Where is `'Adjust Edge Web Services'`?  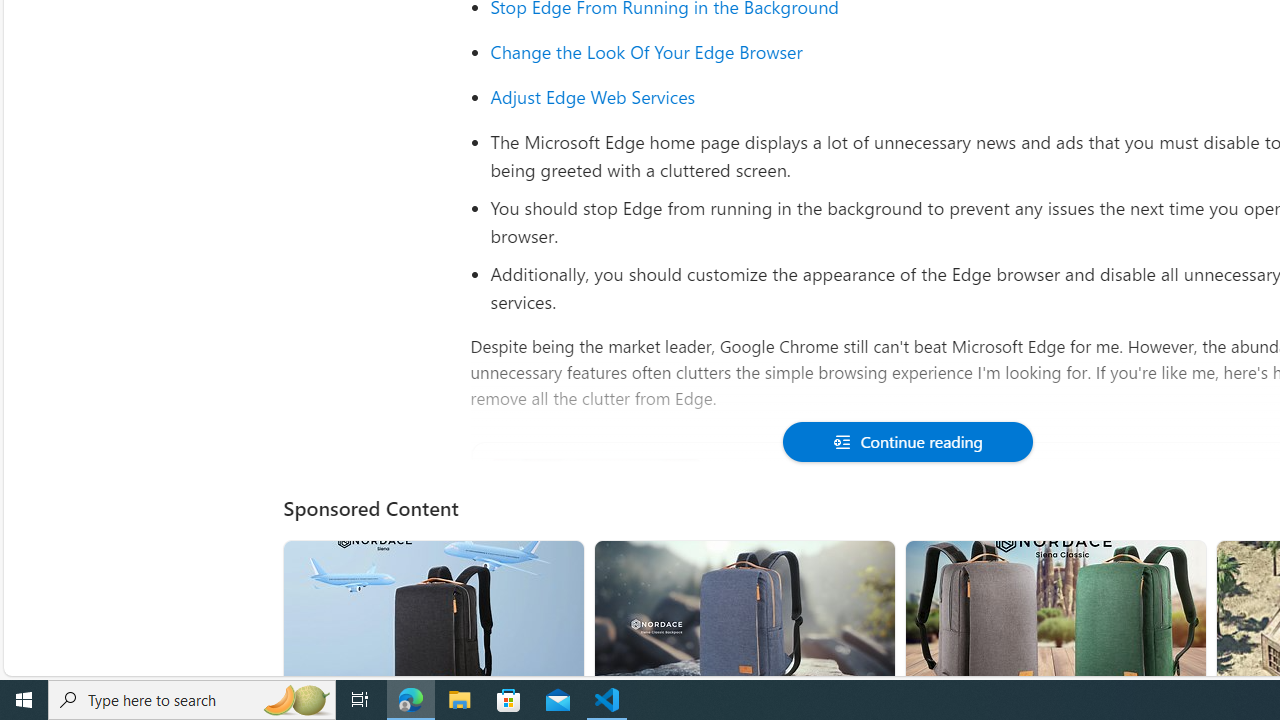
'Adjust Edge Web Services' is located at coordinates (592, 96).